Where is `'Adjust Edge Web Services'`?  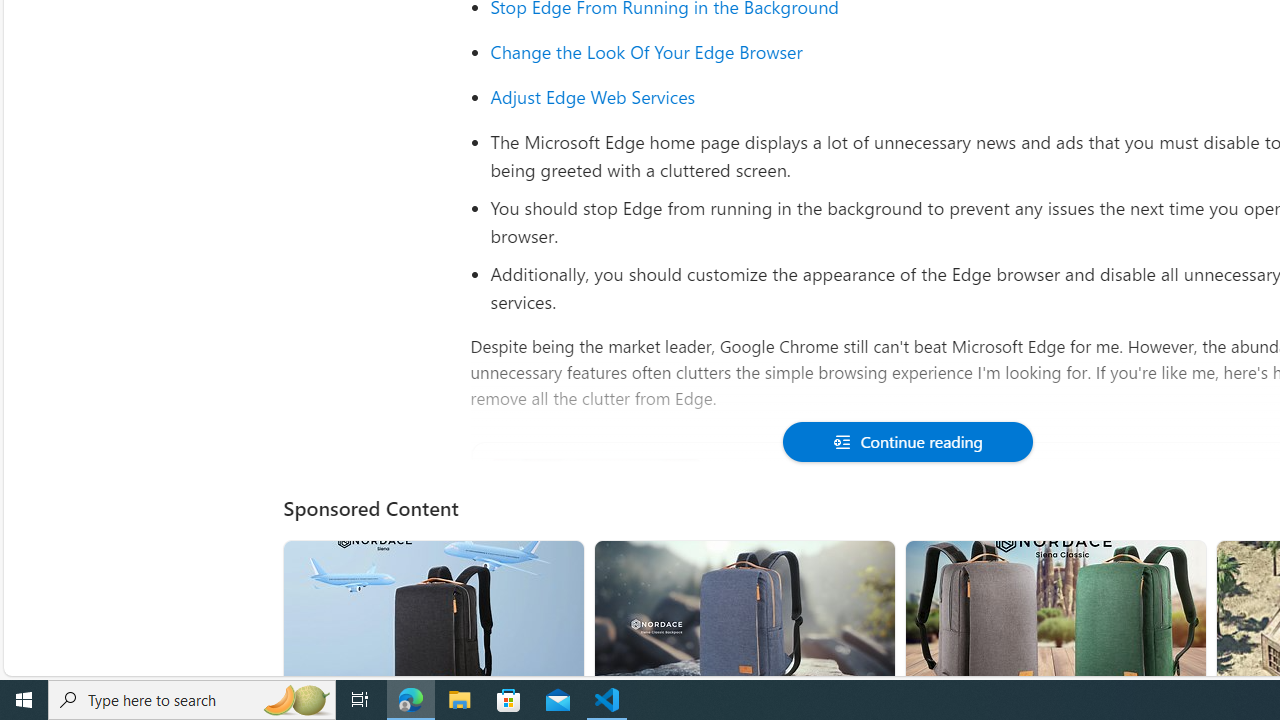
'Adjust Edge Web Services' is located at coordinates (592, 96).